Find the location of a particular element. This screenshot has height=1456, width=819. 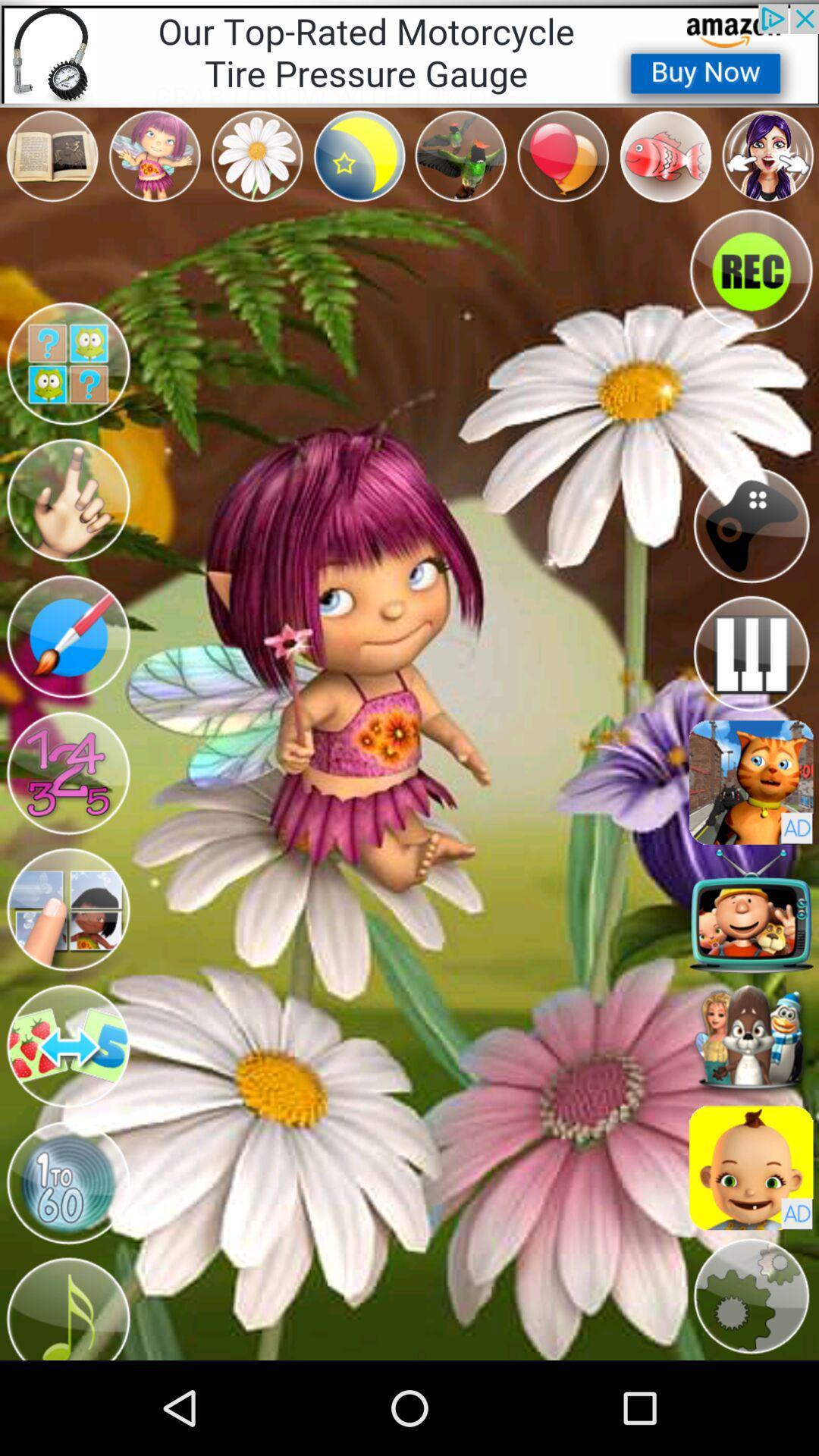

the swap icon is located at coordinates (67, 1119).